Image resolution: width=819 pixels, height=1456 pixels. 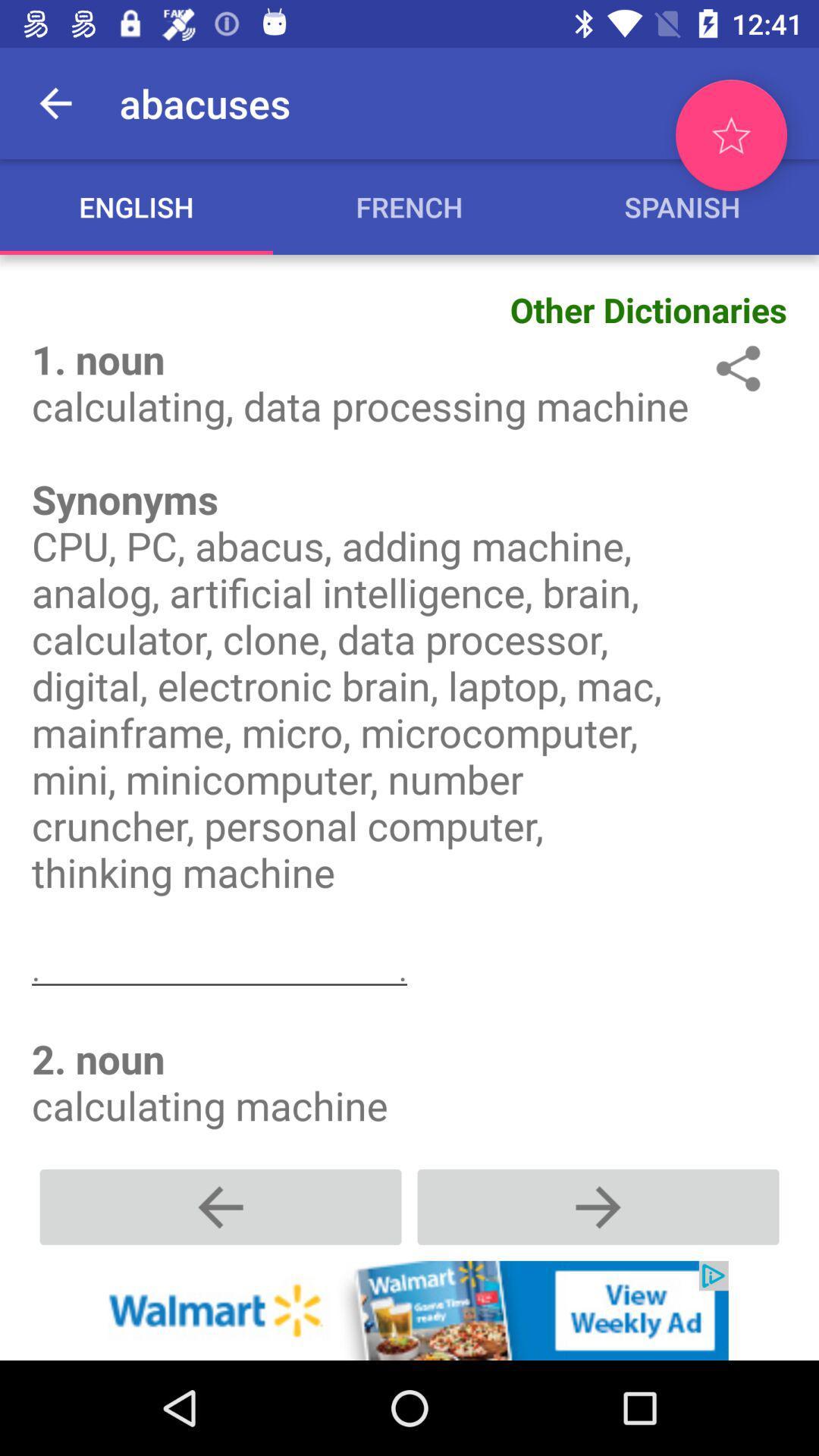 What do you see at coordinates (598, 1206) in the screenshot?
I see `the add icon` at bounding box center [598, 1206].